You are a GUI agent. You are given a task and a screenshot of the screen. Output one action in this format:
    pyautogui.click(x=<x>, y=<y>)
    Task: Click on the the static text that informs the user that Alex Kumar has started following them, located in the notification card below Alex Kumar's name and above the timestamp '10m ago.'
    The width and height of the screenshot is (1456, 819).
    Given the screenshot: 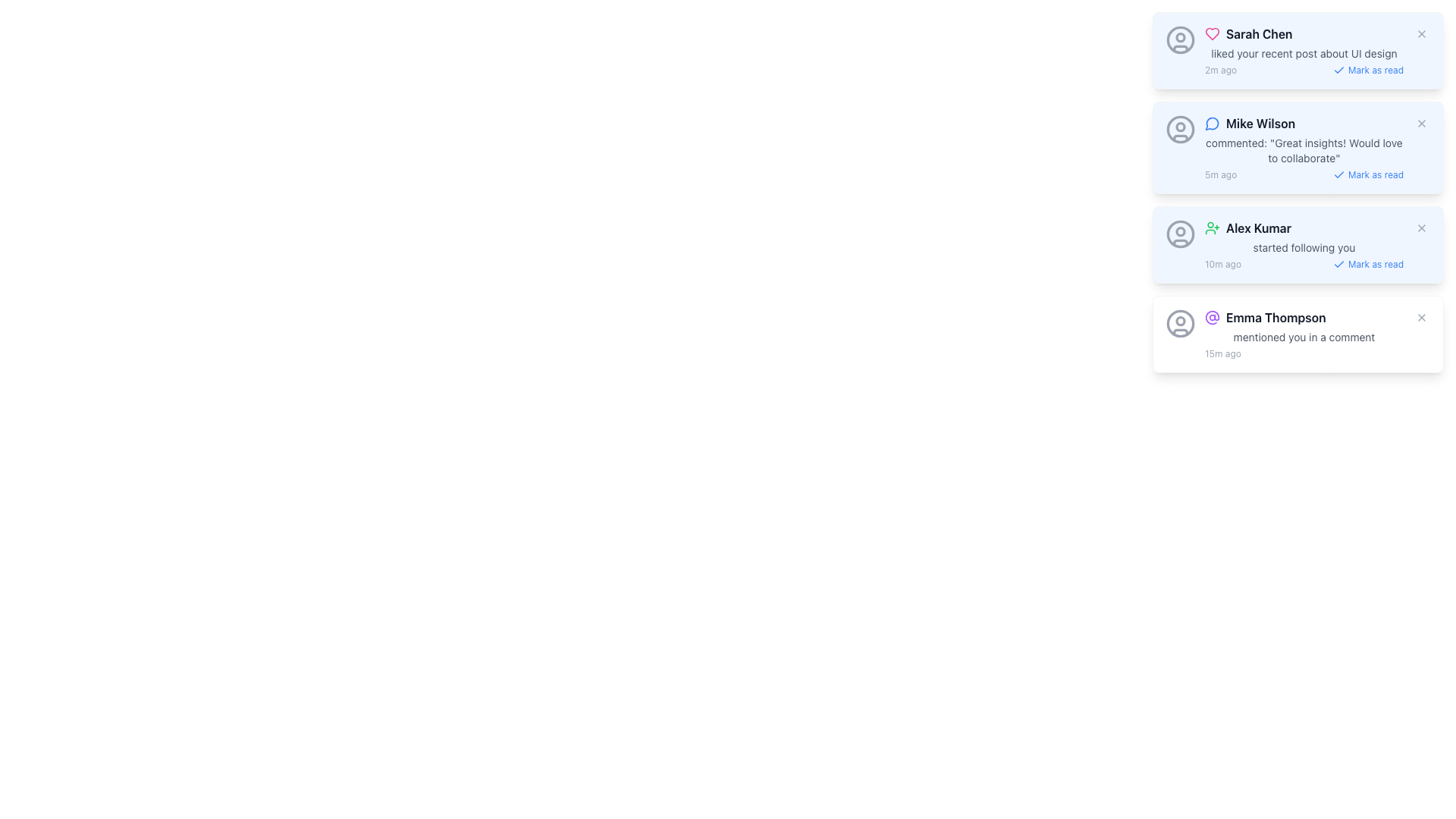 What is the action you would take?
    pyautogui.click(x=1303, y=247)
    